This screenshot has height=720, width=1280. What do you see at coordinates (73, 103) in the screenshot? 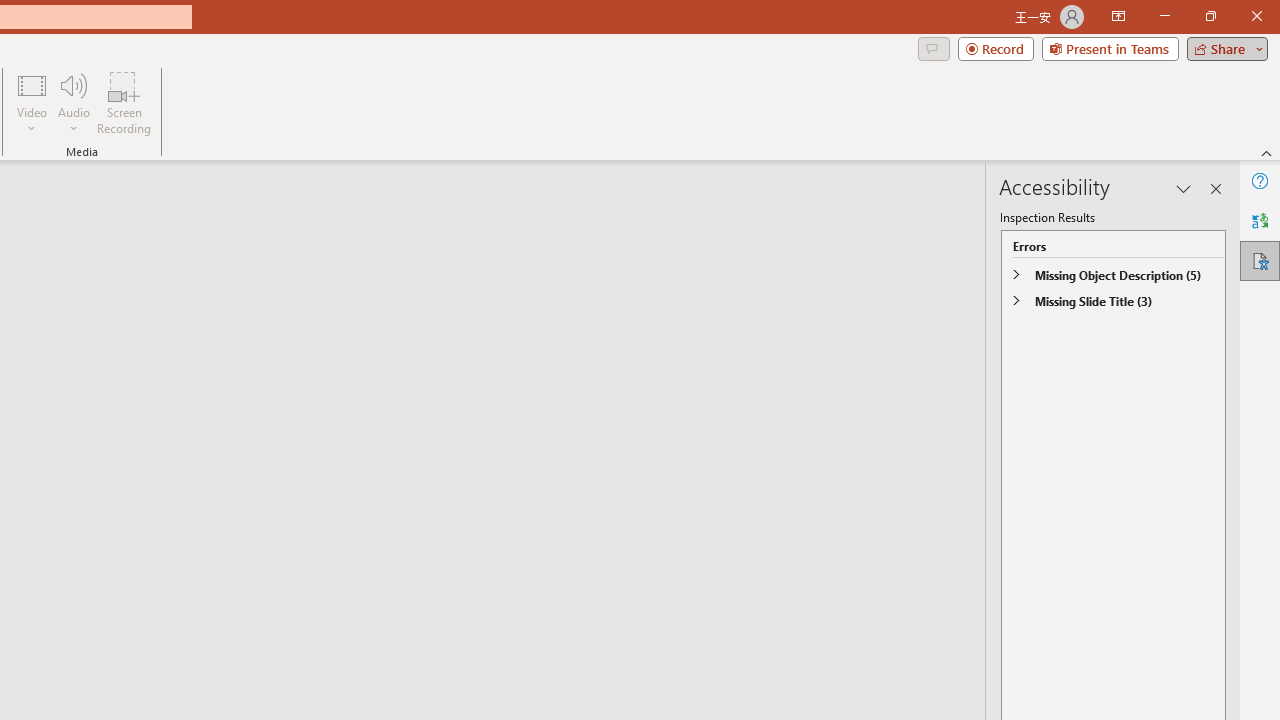
I see `'Audio'` at bounding box center [73, 103].